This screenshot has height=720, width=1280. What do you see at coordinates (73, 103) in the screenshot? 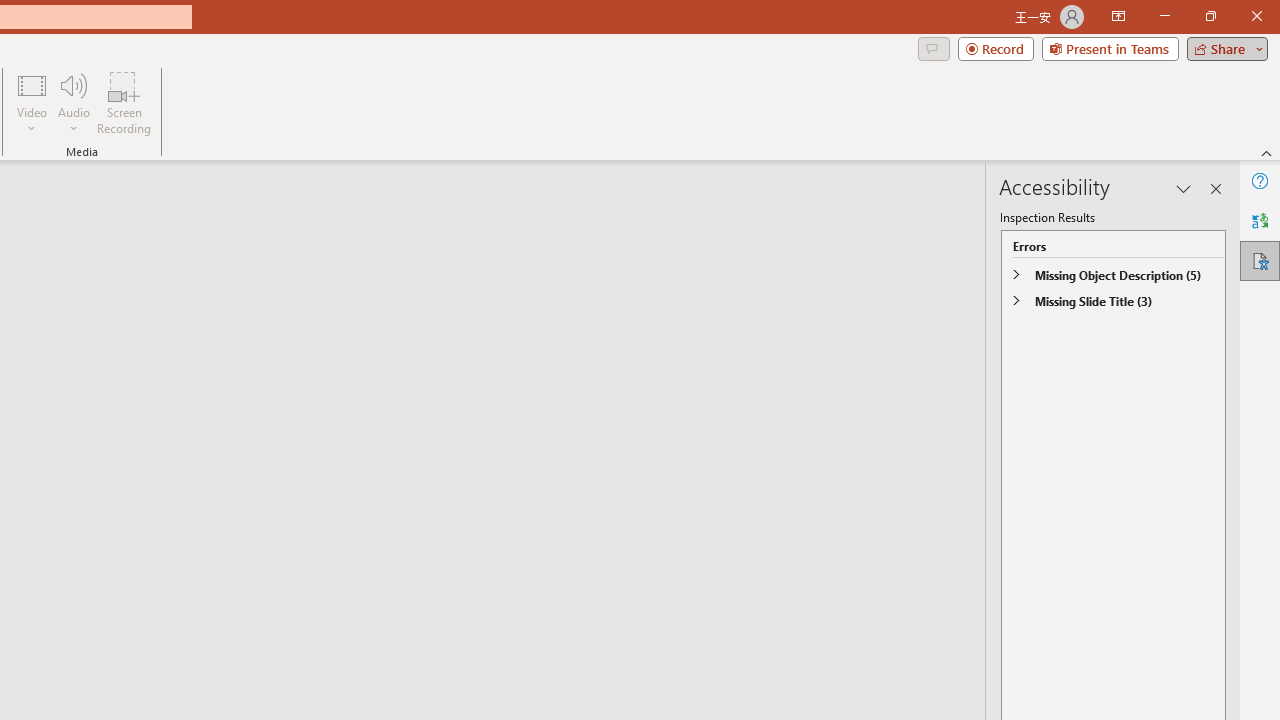
I see `'Audio'` at bounding box center [73, 103].